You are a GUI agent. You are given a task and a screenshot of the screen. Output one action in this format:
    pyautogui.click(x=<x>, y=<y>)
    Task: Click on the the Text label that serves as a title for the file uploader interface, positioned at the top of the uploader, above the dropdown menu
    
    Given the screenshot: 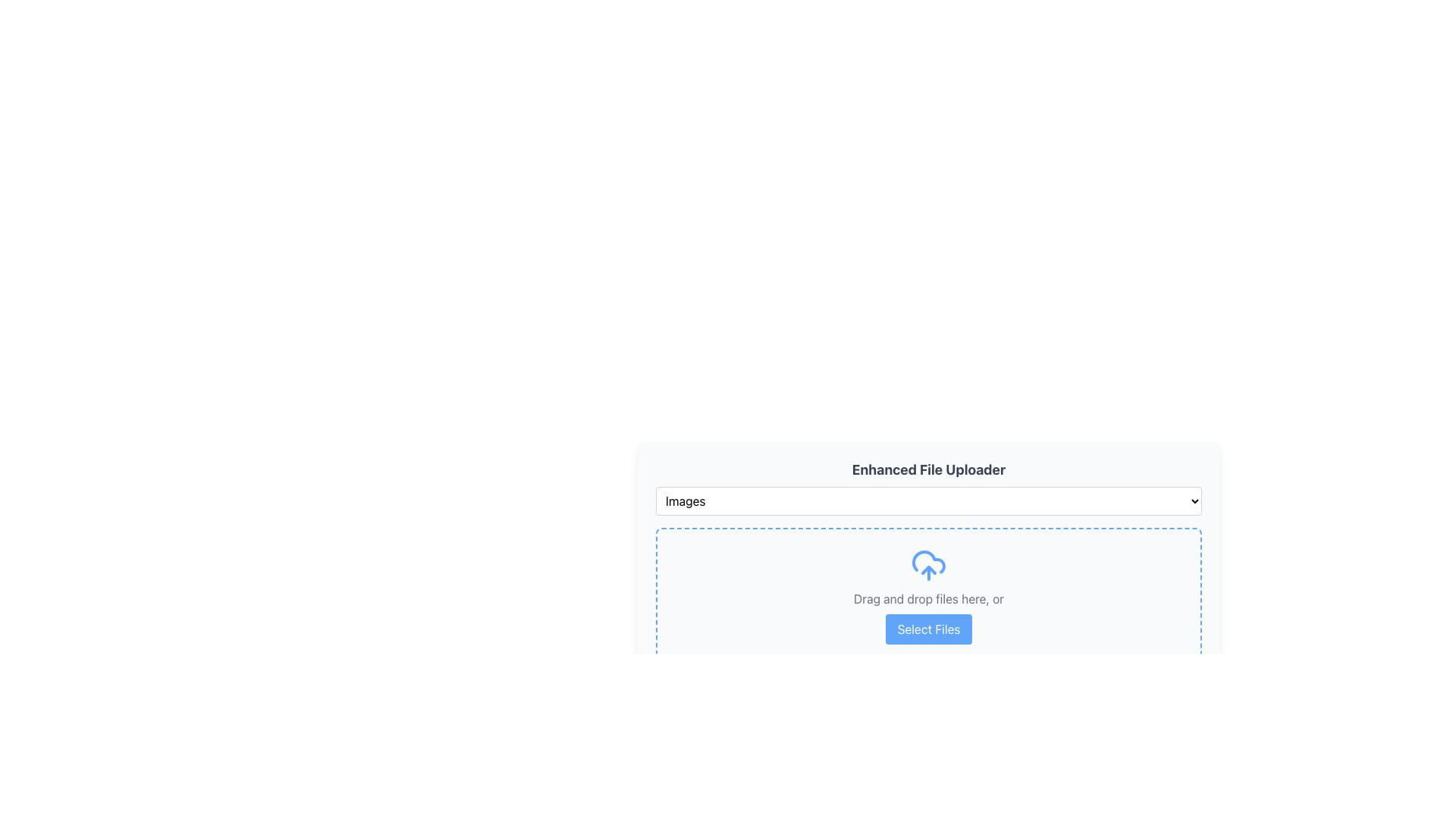 What is the action you would take?
    pyautogui.click(x=927, y=469)
    